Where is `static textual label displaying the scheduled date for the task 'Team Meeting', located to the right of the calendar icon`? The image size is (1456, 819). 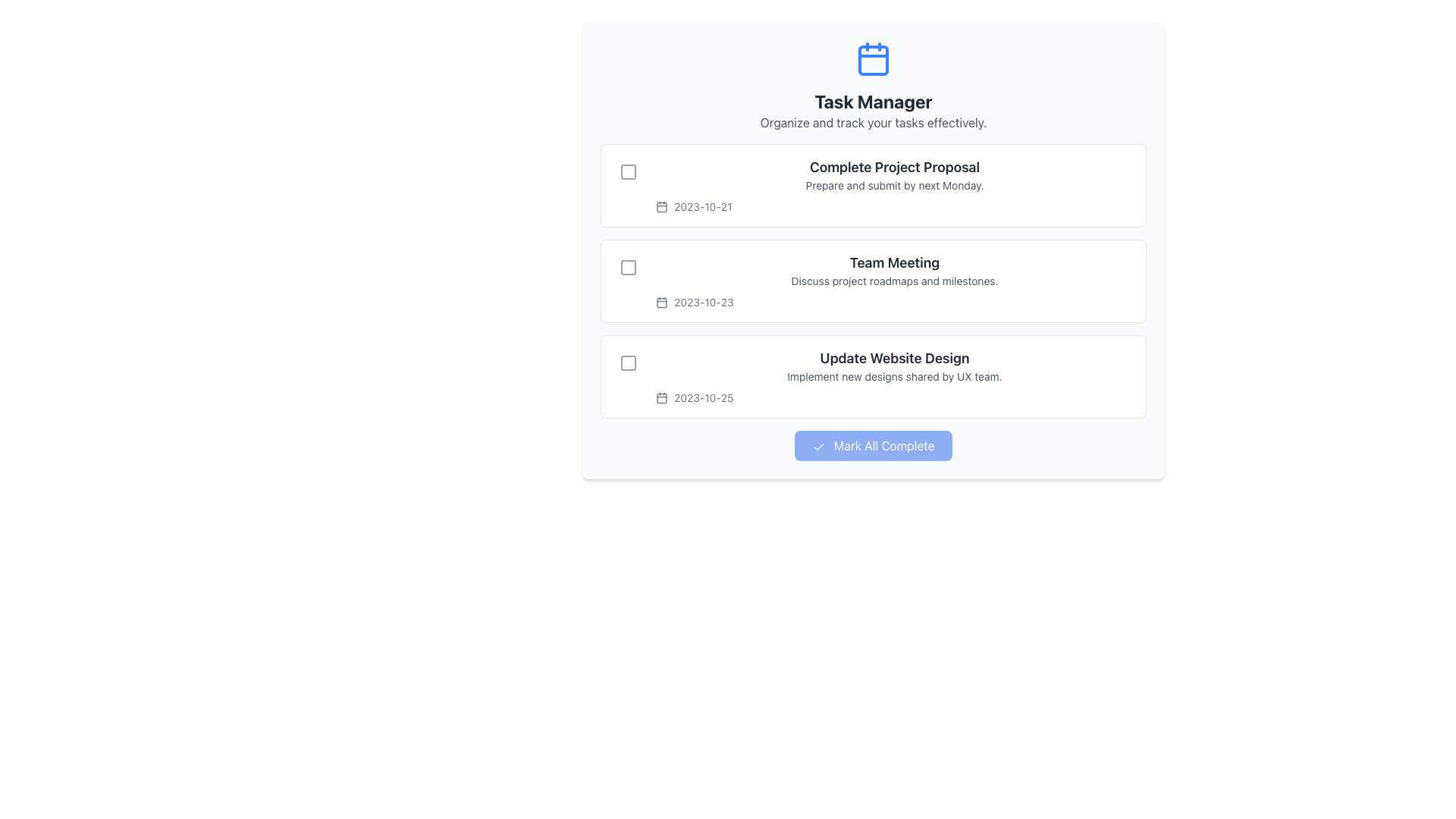
static textual label displaying the scheduled date for the task 'Team Meeting', located to the right of the calendar icon is located at coordinates (703, 302).